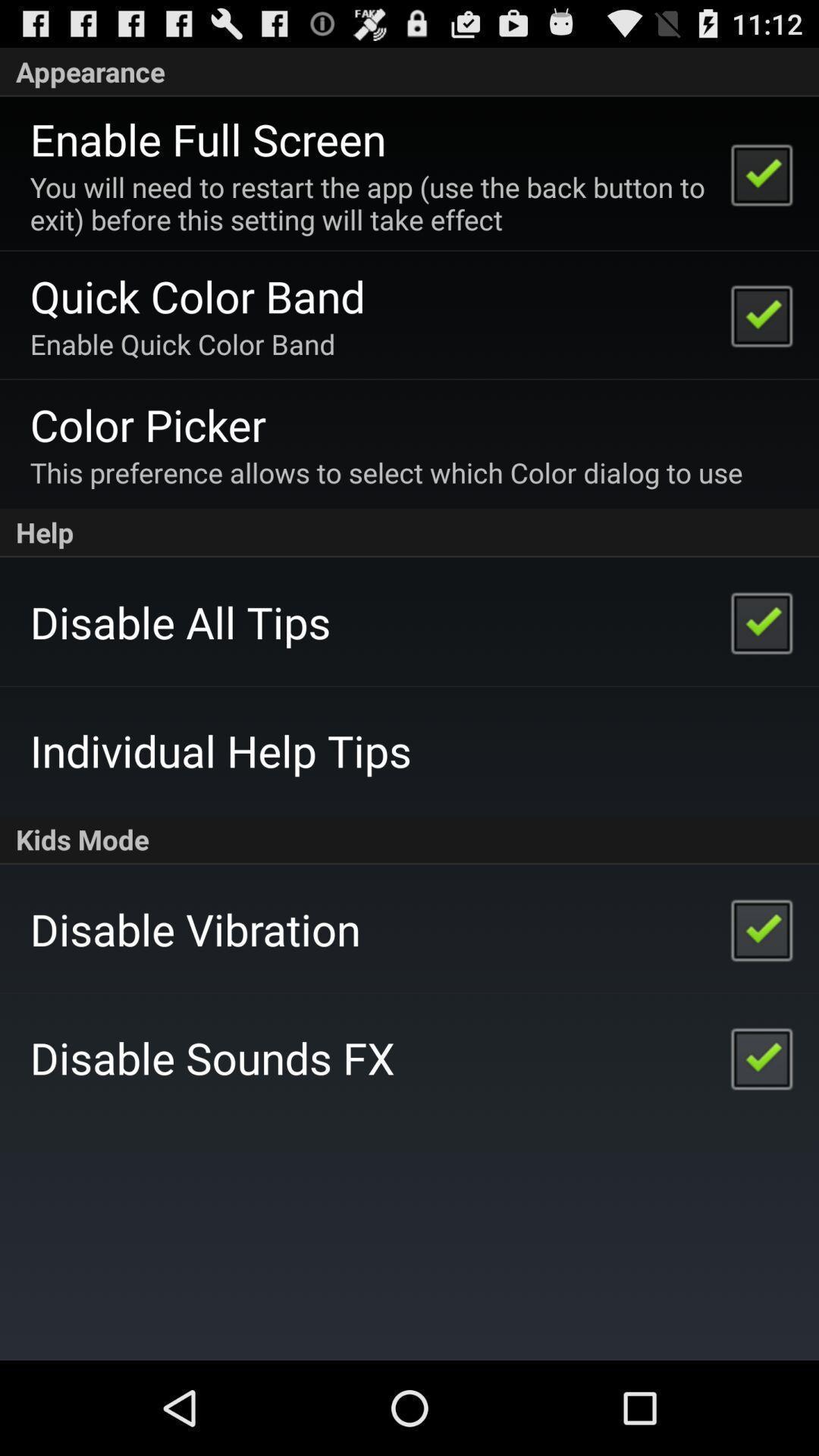 The image size is (819, 1456). What do you see at coordinates (208, 139) in the screenshot?
I see `the app below appearance` at bounding box center [208, 139].